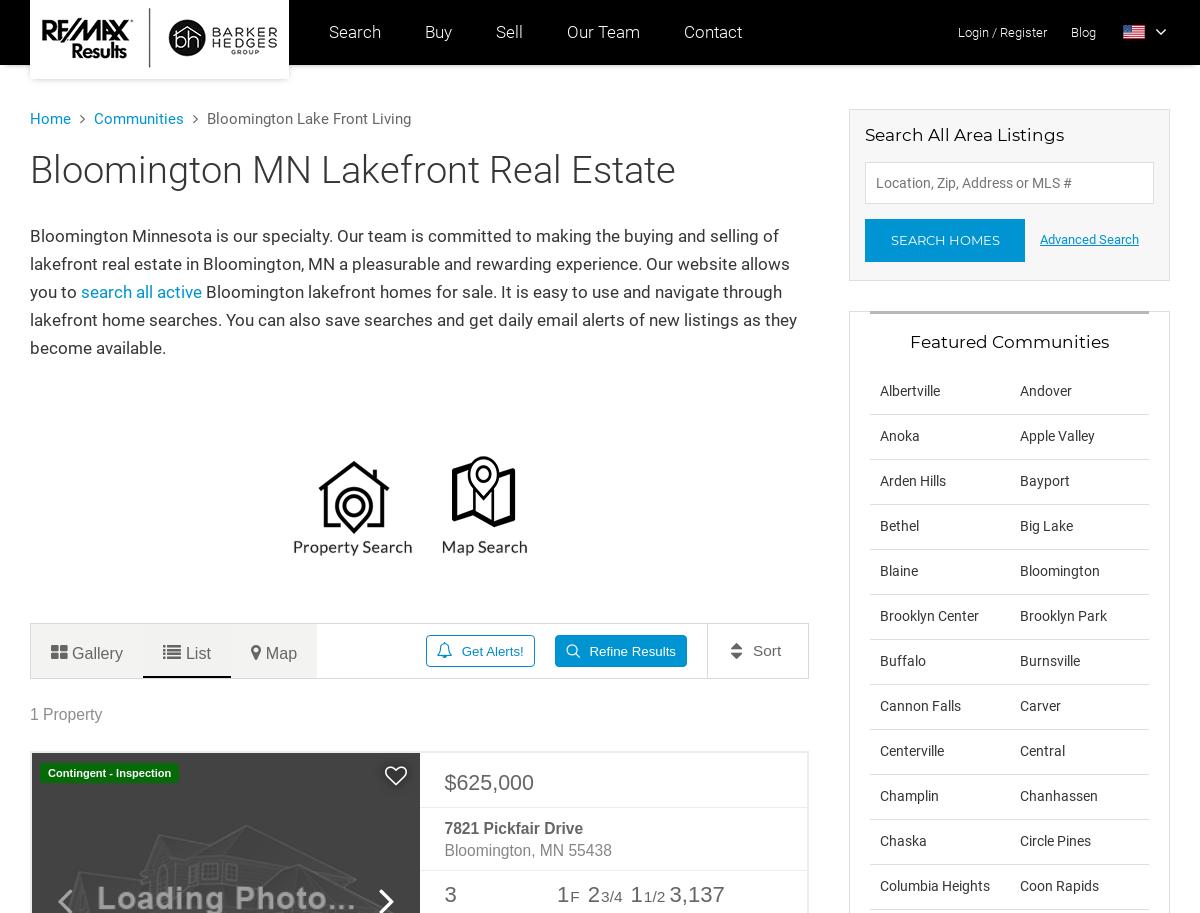  What do you see at coordinates (66, 712) in the screenshot?
I see `'1 Property'` at bounding box center [66, 712].